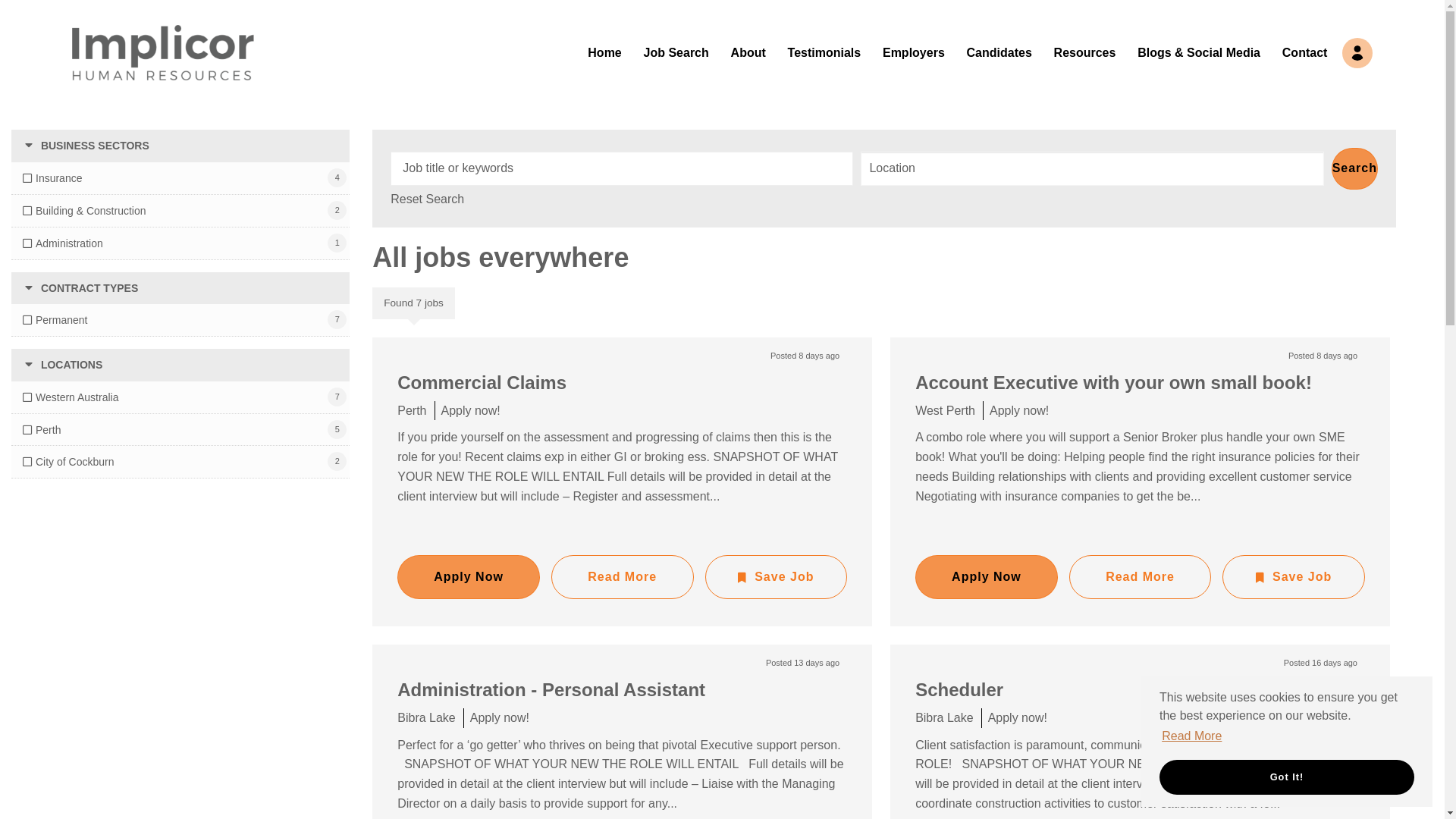  What do you see at coordinates (676, 52) in the screenshot?
I see `'Job Search'` at bounding box center [676, 52].